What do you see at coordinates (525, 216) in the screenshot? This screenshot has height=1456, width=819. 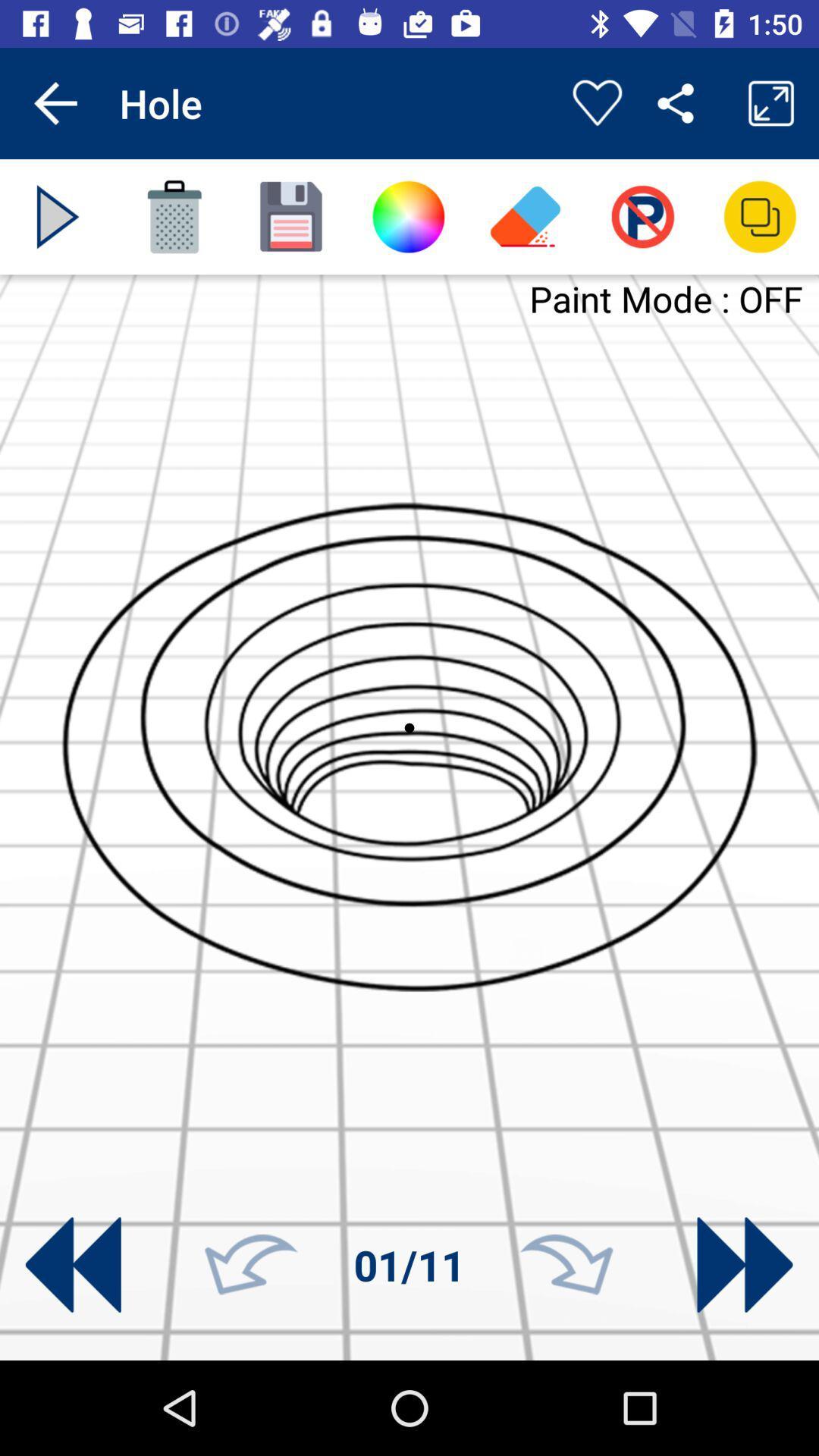 I see `eraser` at bounding box center [525, 216].